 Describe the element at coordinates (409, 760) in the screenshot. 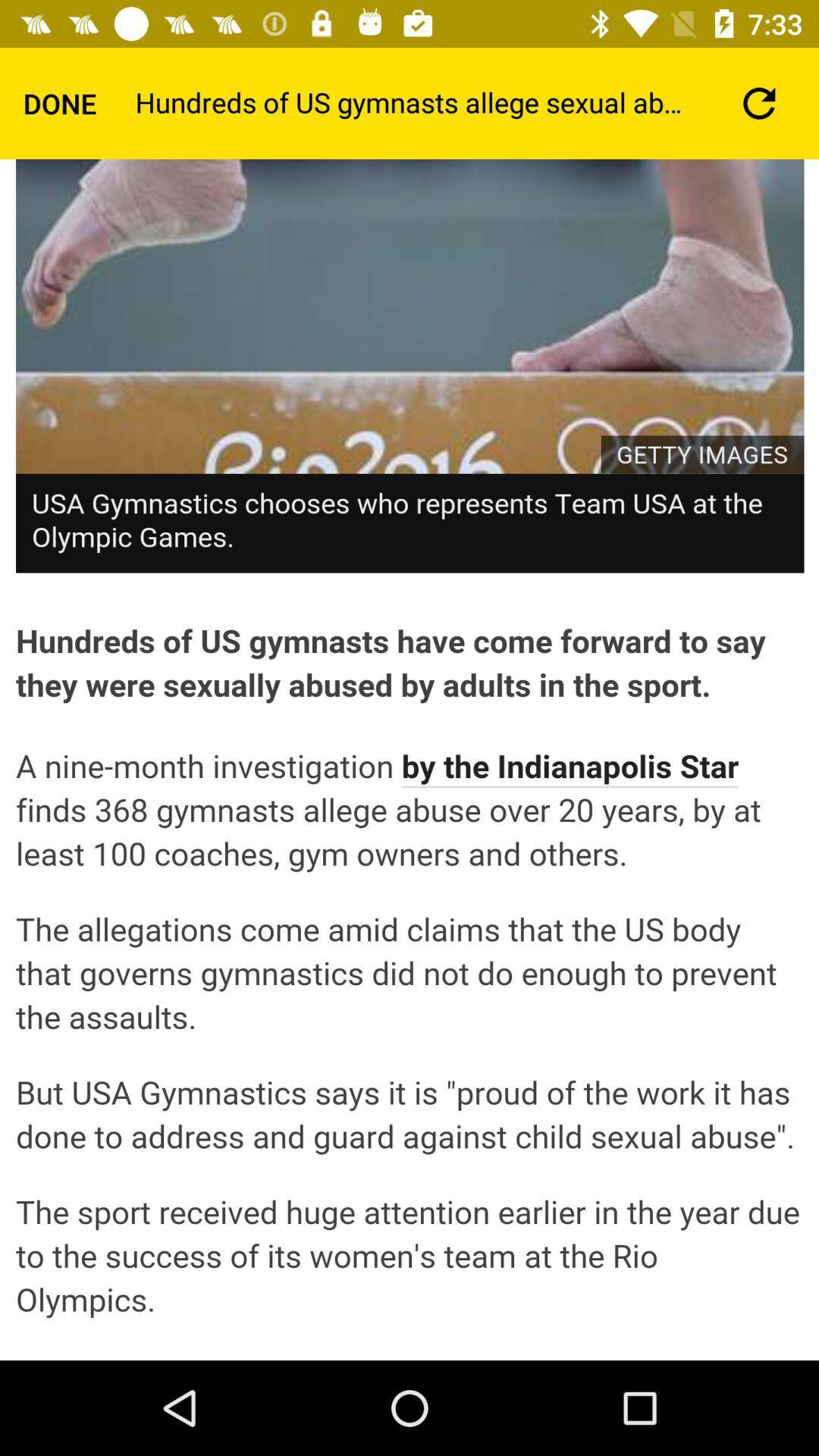

I see `article` at that location.